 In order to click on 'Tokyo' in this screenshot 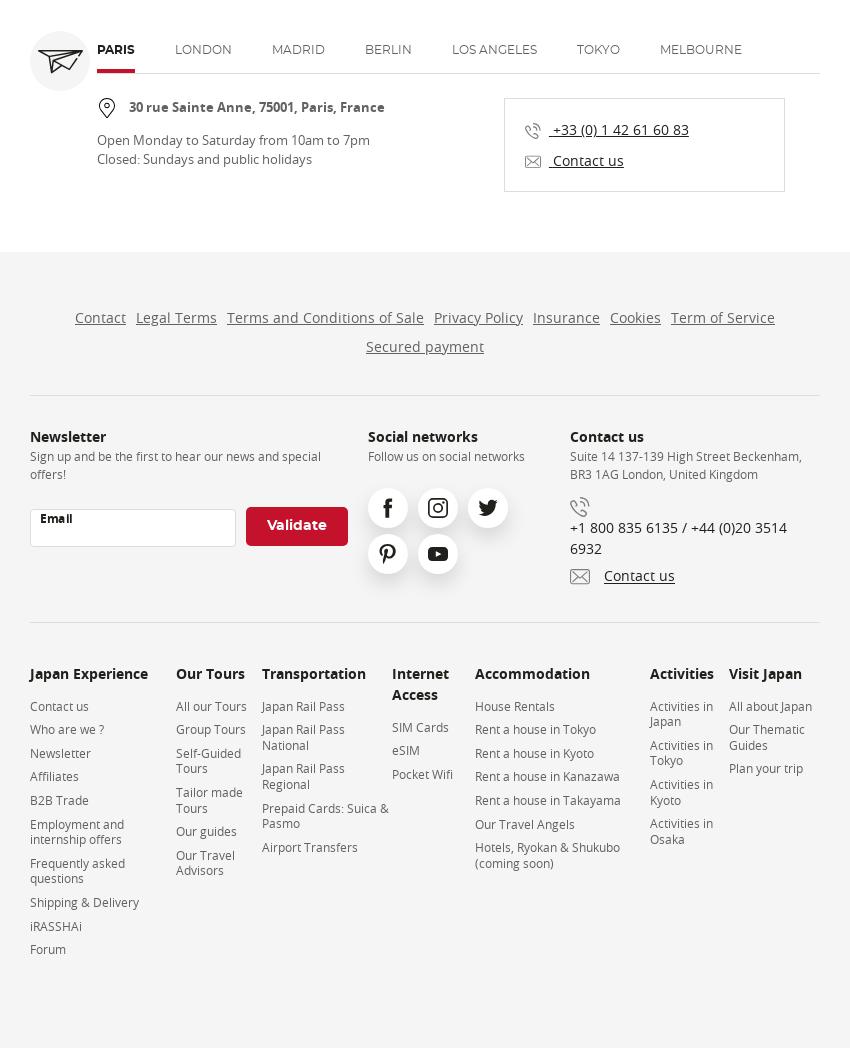, I will do `click(597, 49)`.